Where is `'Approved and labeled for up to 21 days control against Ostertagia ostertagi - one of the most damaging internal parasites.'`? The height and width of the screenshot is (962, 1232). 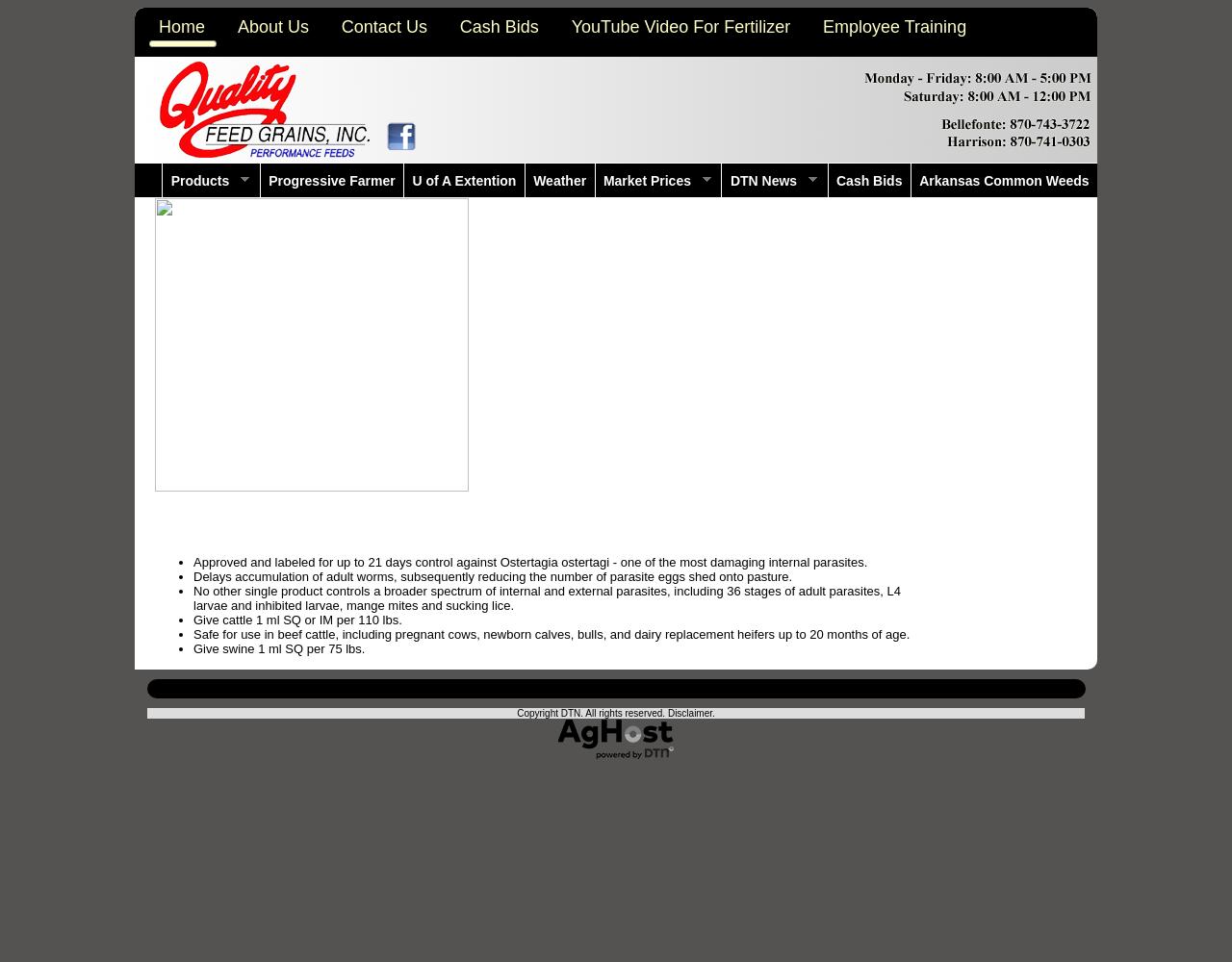 'Approved and labeled for up to 21 days control against Ostertagia ostertagi - one of the most damaging internal parasites.' is located at coordinates (530, 561).